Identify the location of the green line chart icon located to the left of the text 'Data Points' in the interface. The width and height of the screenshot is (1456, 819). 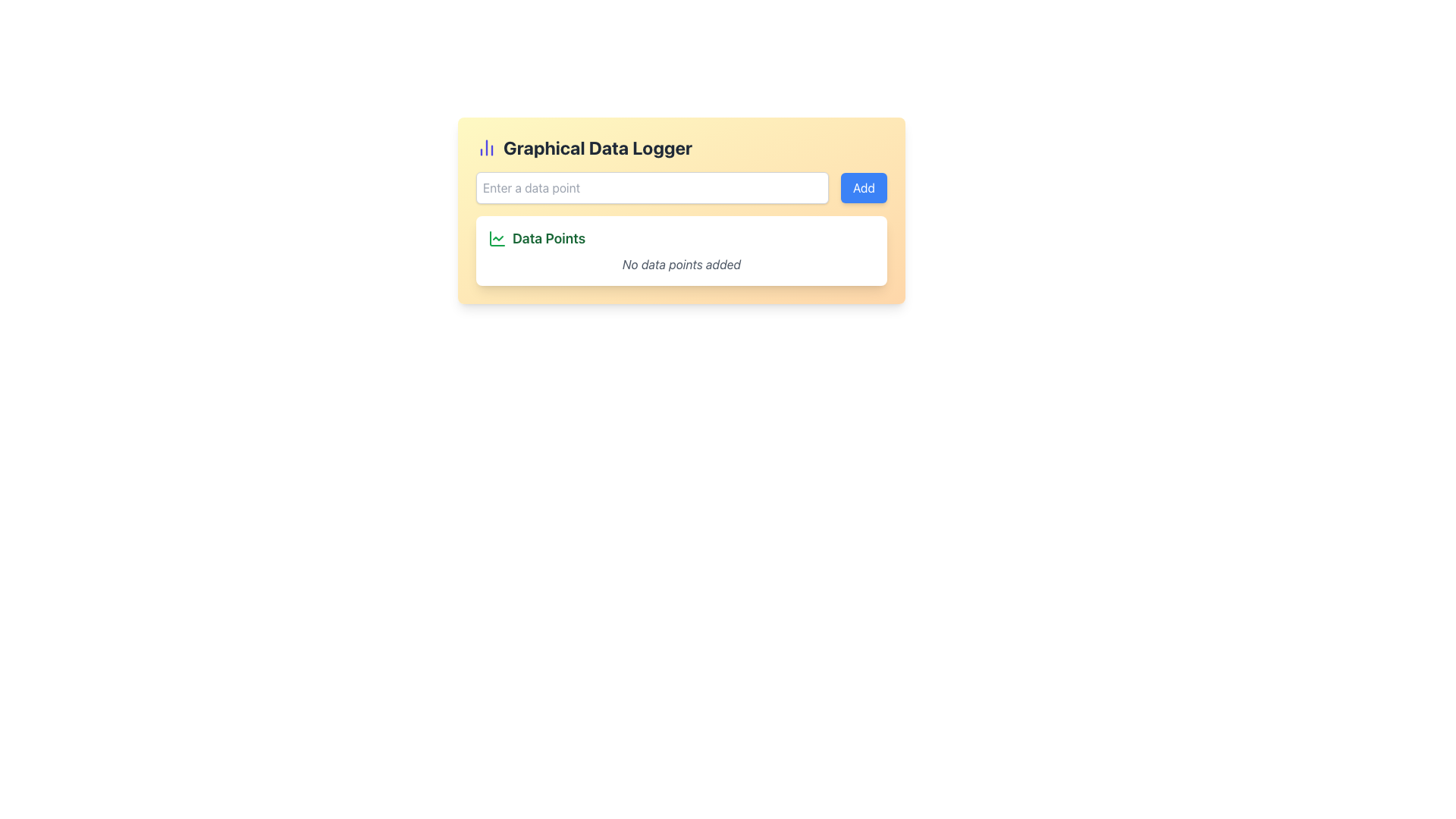
(497, 239).